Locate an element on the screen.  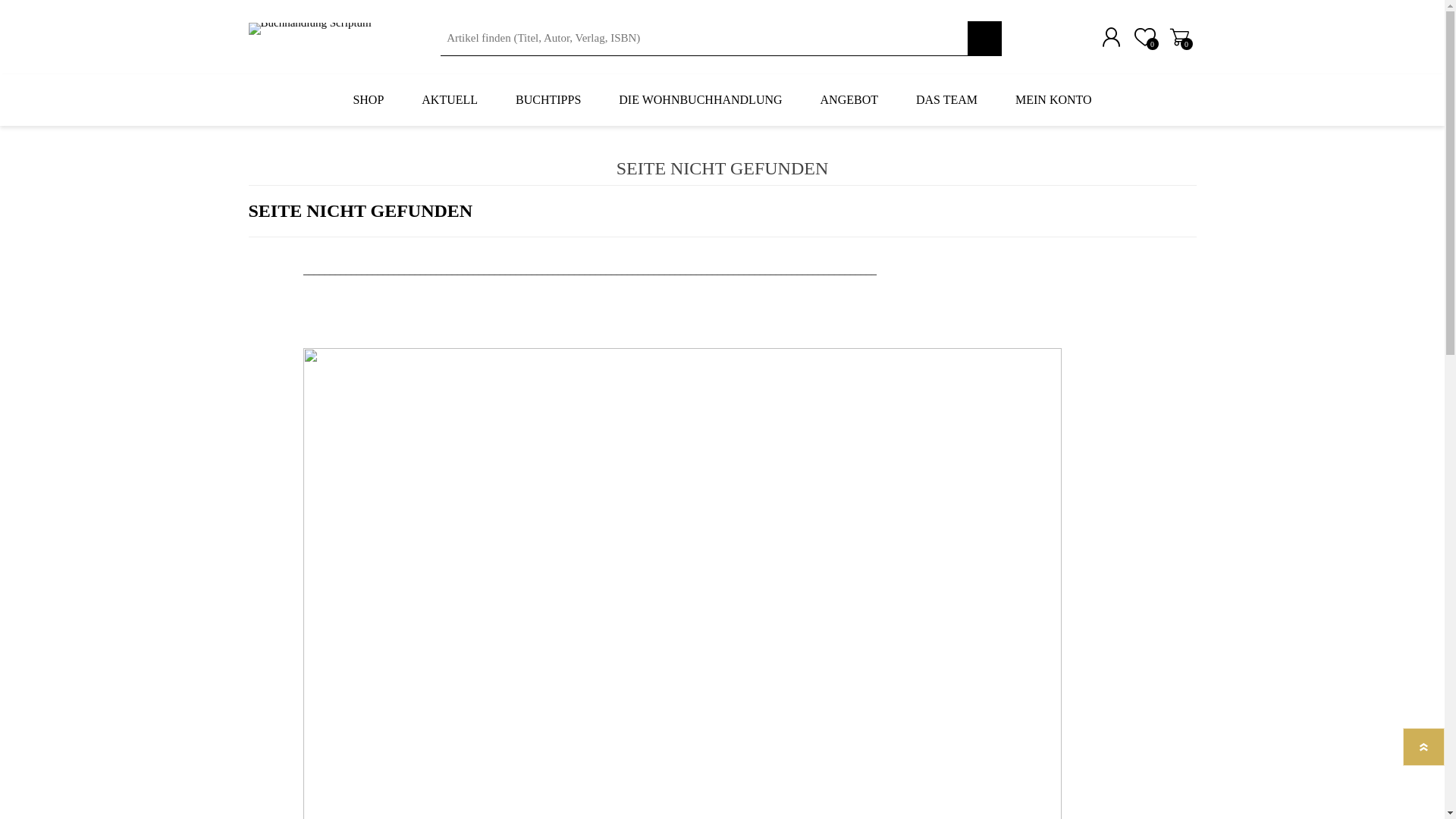
'AKTUELL' is located at coordinates (449, 99).